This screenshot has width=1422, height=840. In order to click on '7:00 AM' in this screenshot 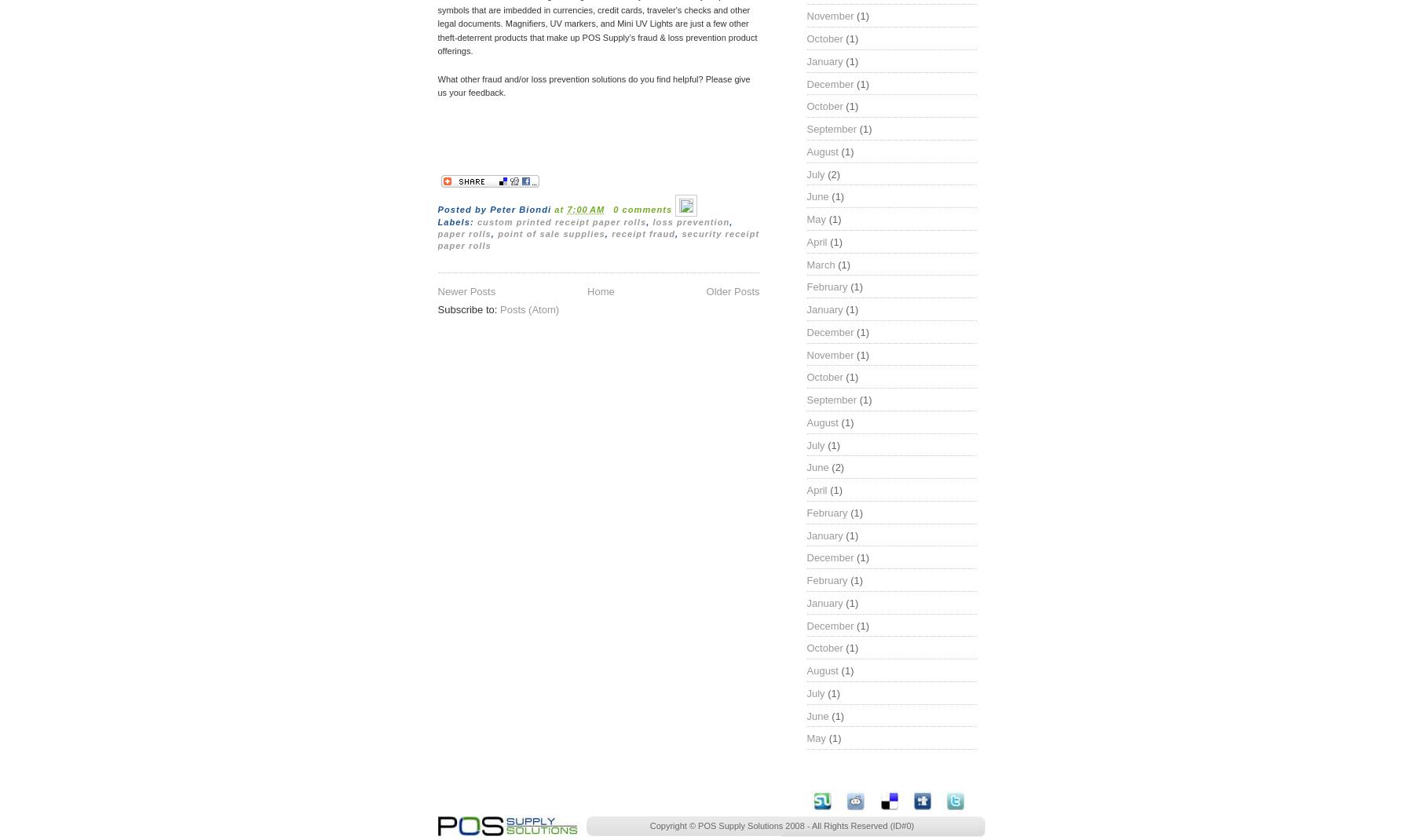, I will do `click(566, 208)`.